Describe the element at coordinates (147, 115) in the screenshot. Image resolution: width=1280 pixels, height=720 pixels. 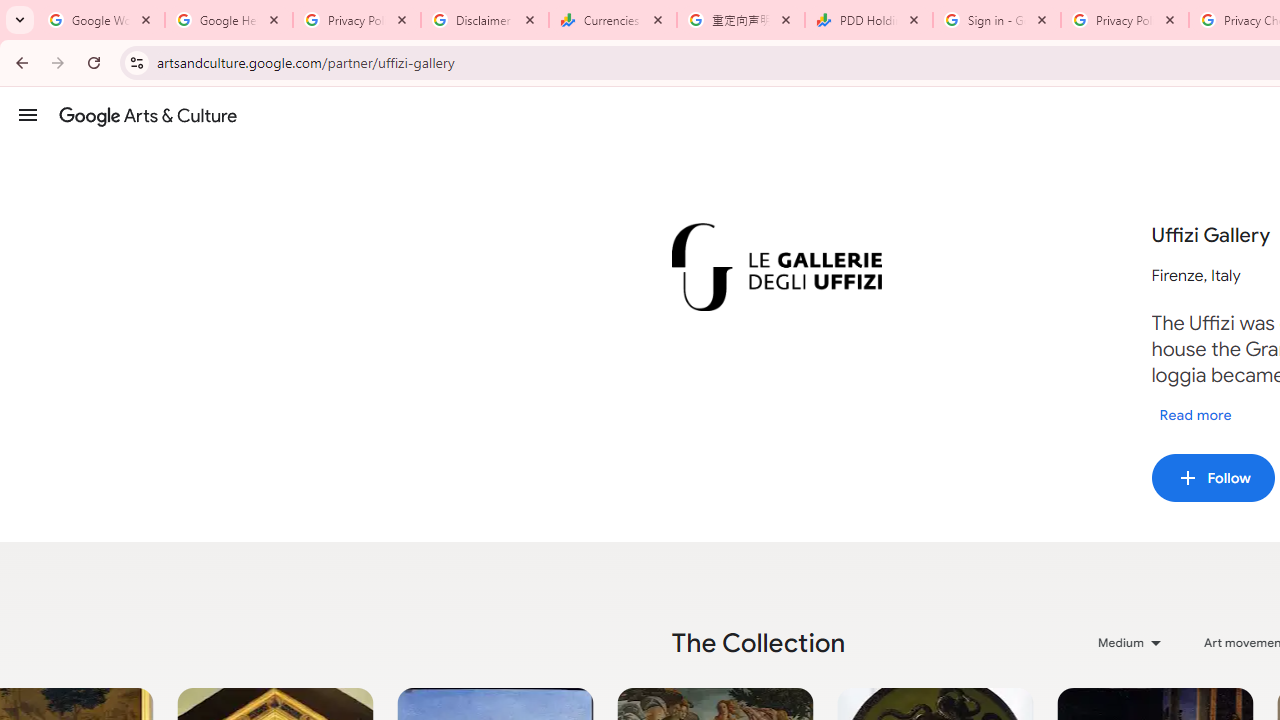
I see `'Google Arts & Culture'` at that location.